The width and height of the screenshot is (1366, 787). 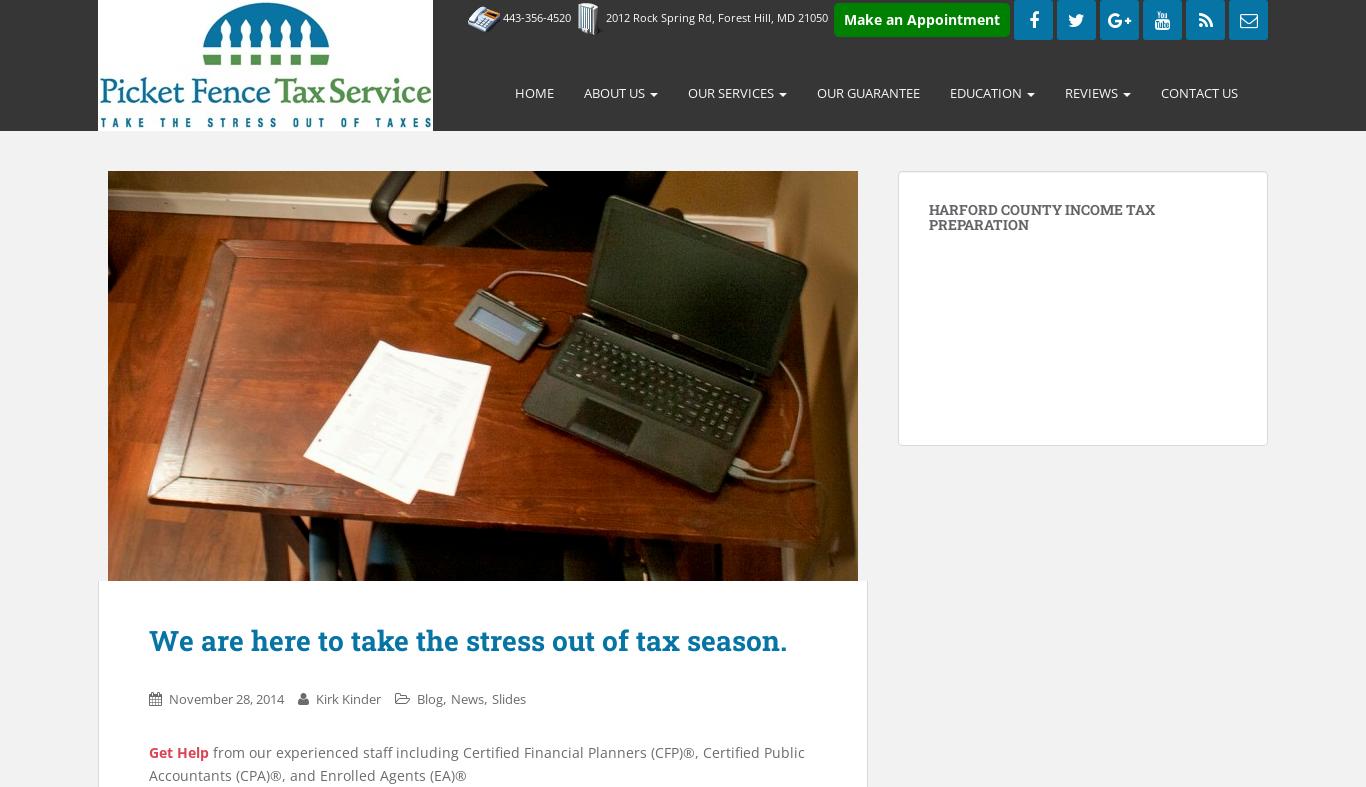 I want to click on 'Education', so click(x=950, y=92).